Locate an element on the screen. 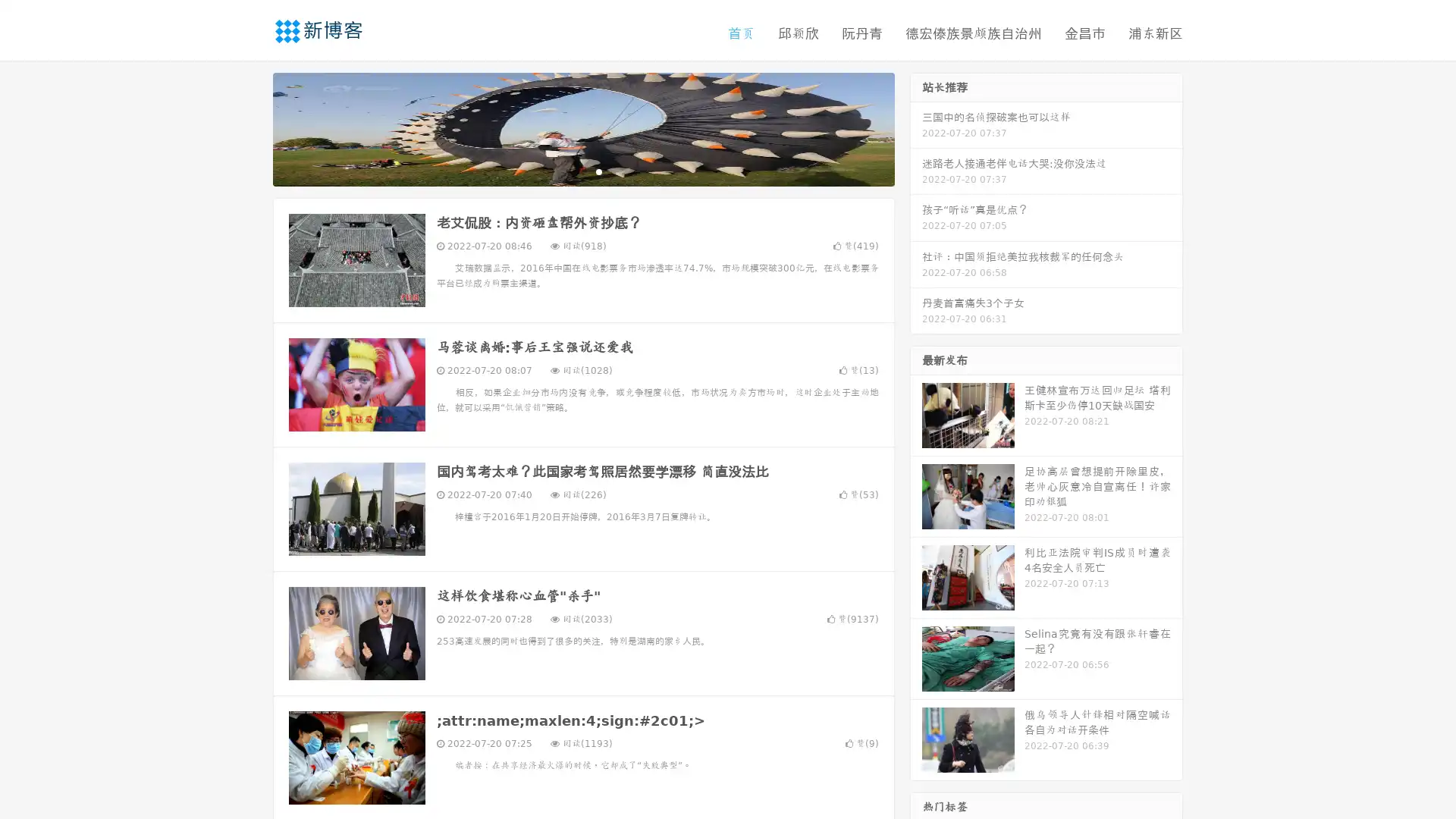  Go to slide 1 is located at coordinates (567, 171).